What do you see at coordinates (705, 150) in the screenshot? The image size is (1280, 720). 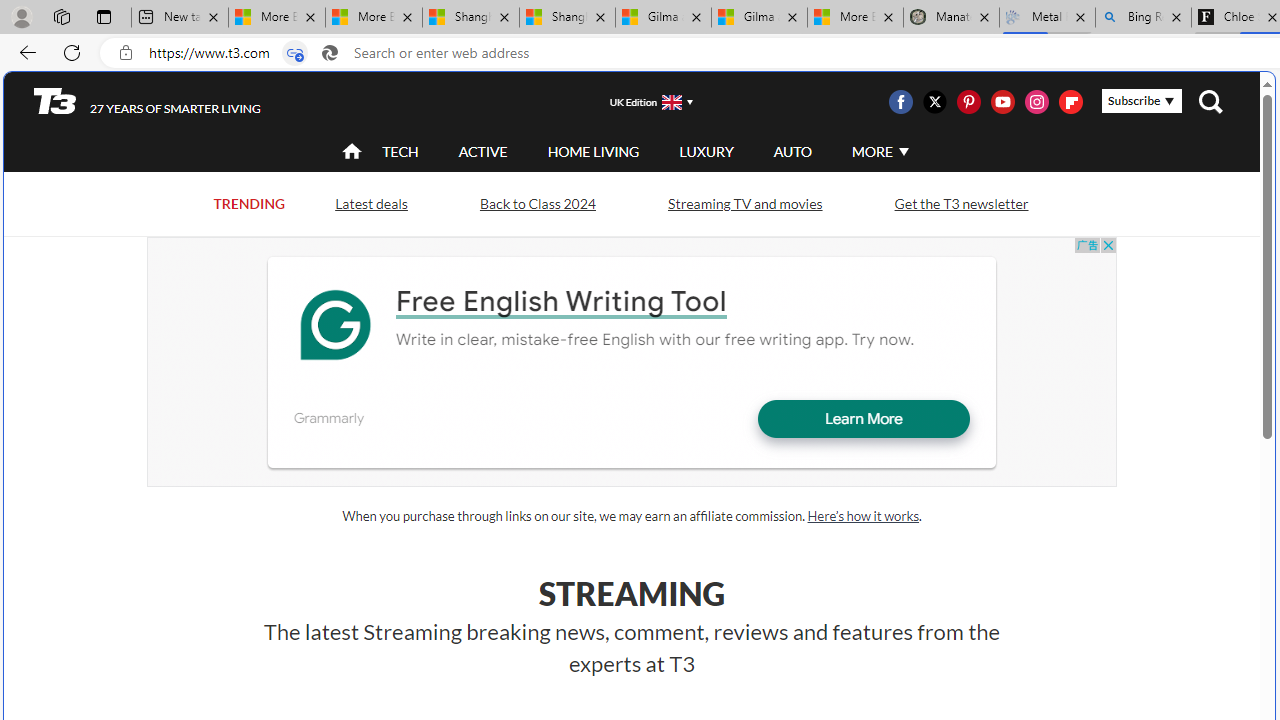 I see `'LUXURY'` at bounding box center [705, 150].